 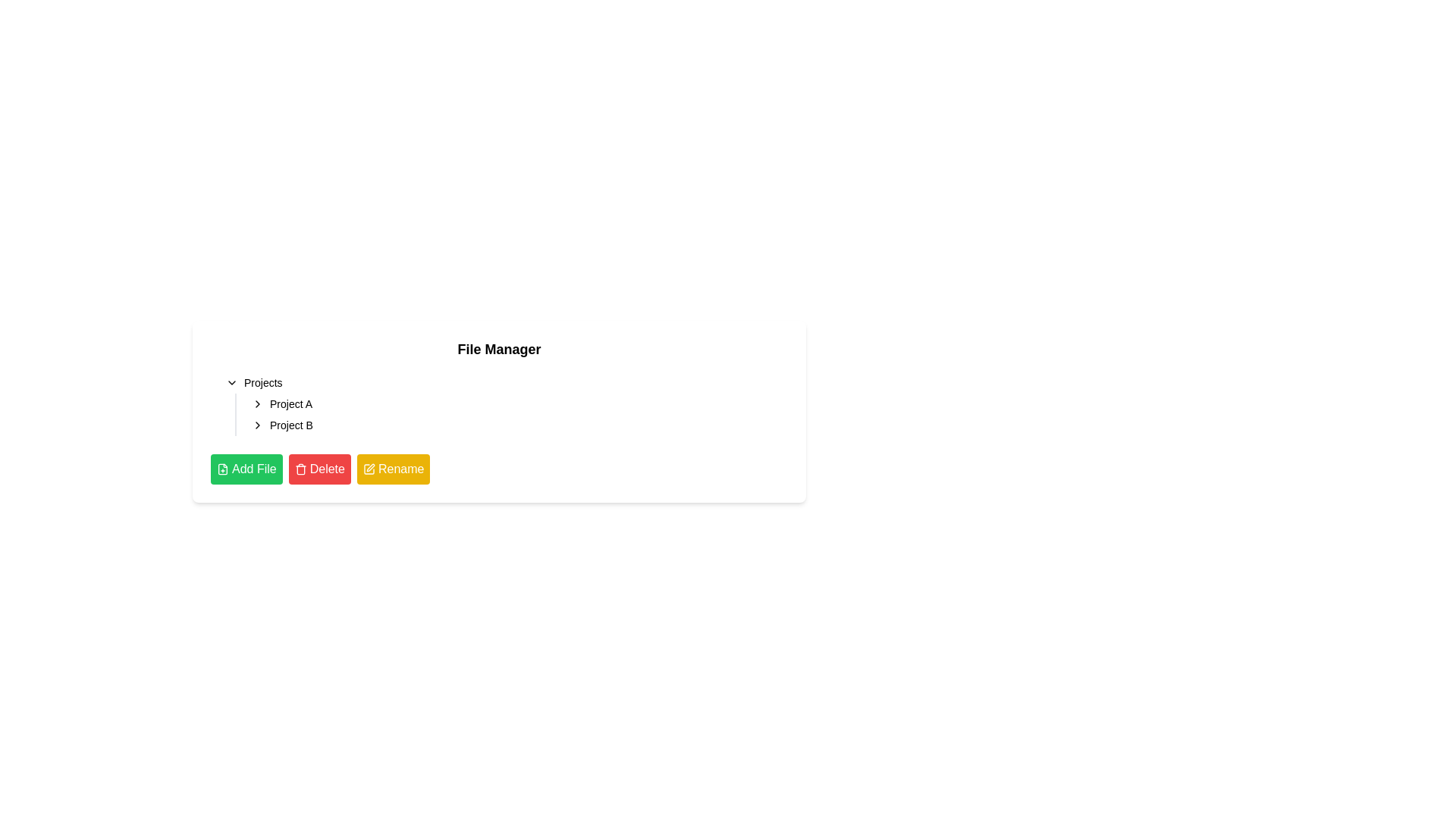 What do you see at coordinates (394, 468) in the screenshot?
I see `the 'Rename' button with a yellow background and rounded corners located at the bottom center of the 'File Manager' section` at bounding box center [394, 468].